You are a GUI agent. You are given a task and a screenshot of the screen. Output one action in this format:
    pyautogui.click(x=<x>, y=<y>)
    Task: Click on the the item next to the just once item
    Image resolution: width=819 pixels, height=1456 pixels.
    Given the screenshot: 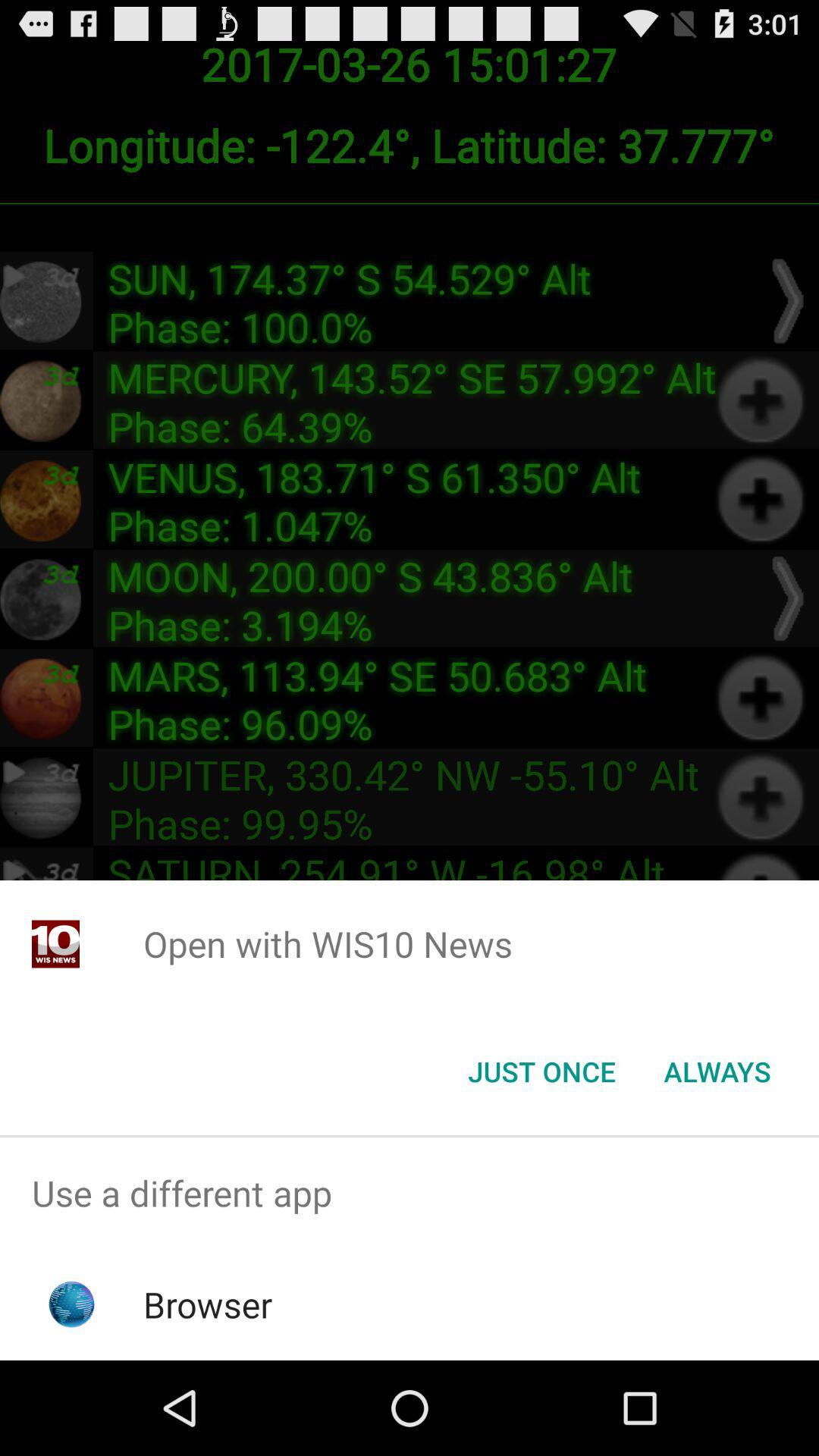 What is the action you would take?
    pyautogui.click(x=717, y=1070)
    